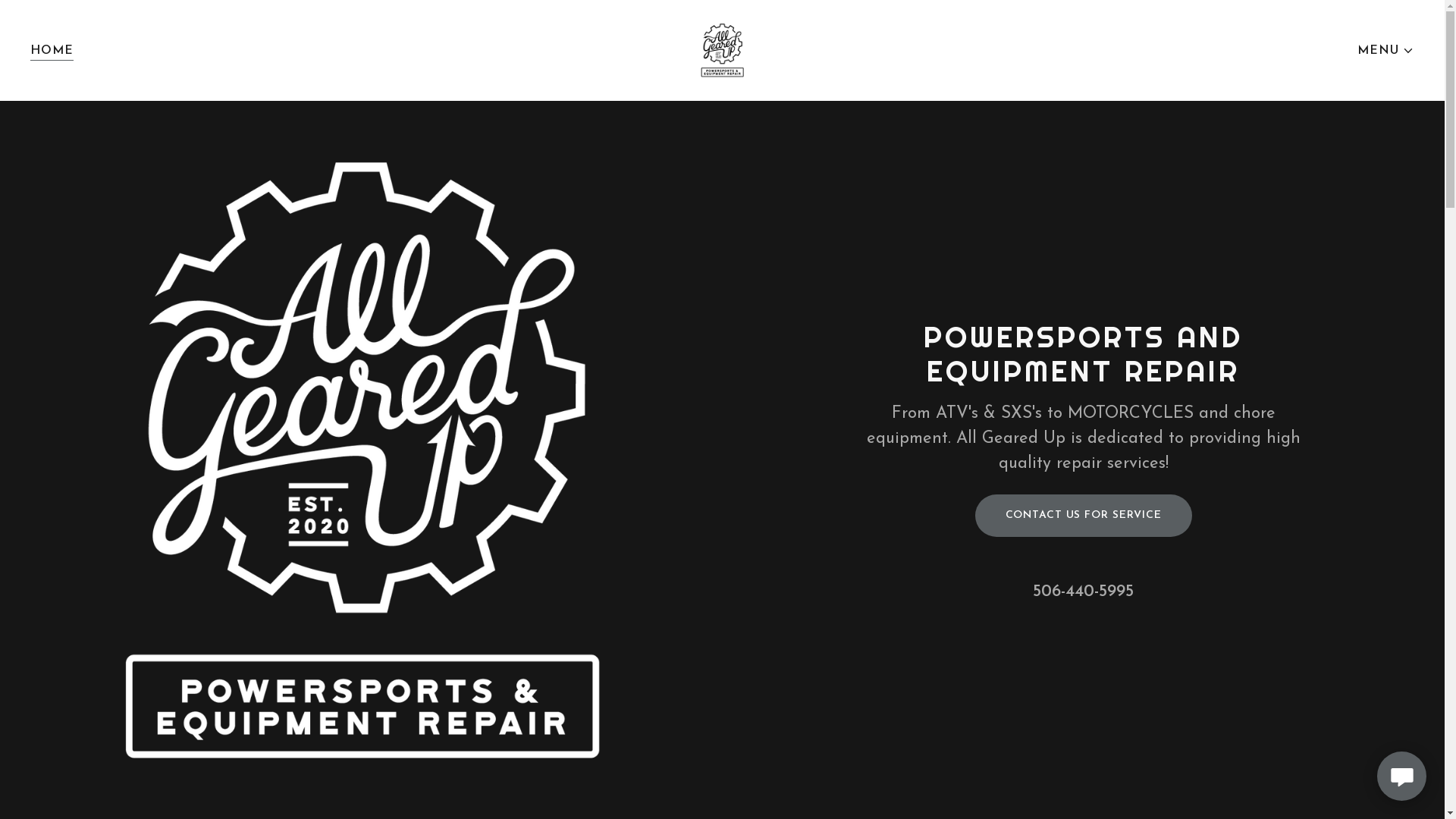 The height and width of the screenshot is (819, 1456). What do you see at coordinates (52, 49) in the screenshot?
I see `'HOME'` at bounding box center [52, 49].